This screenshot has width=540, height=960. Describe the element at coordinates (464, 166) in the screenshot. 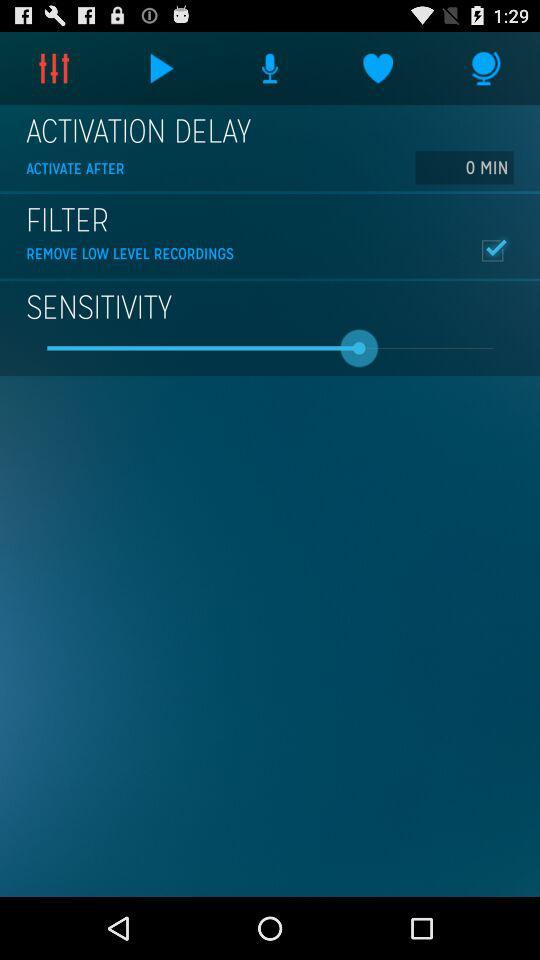

I see `icon to the right of activate after icon` at that location.